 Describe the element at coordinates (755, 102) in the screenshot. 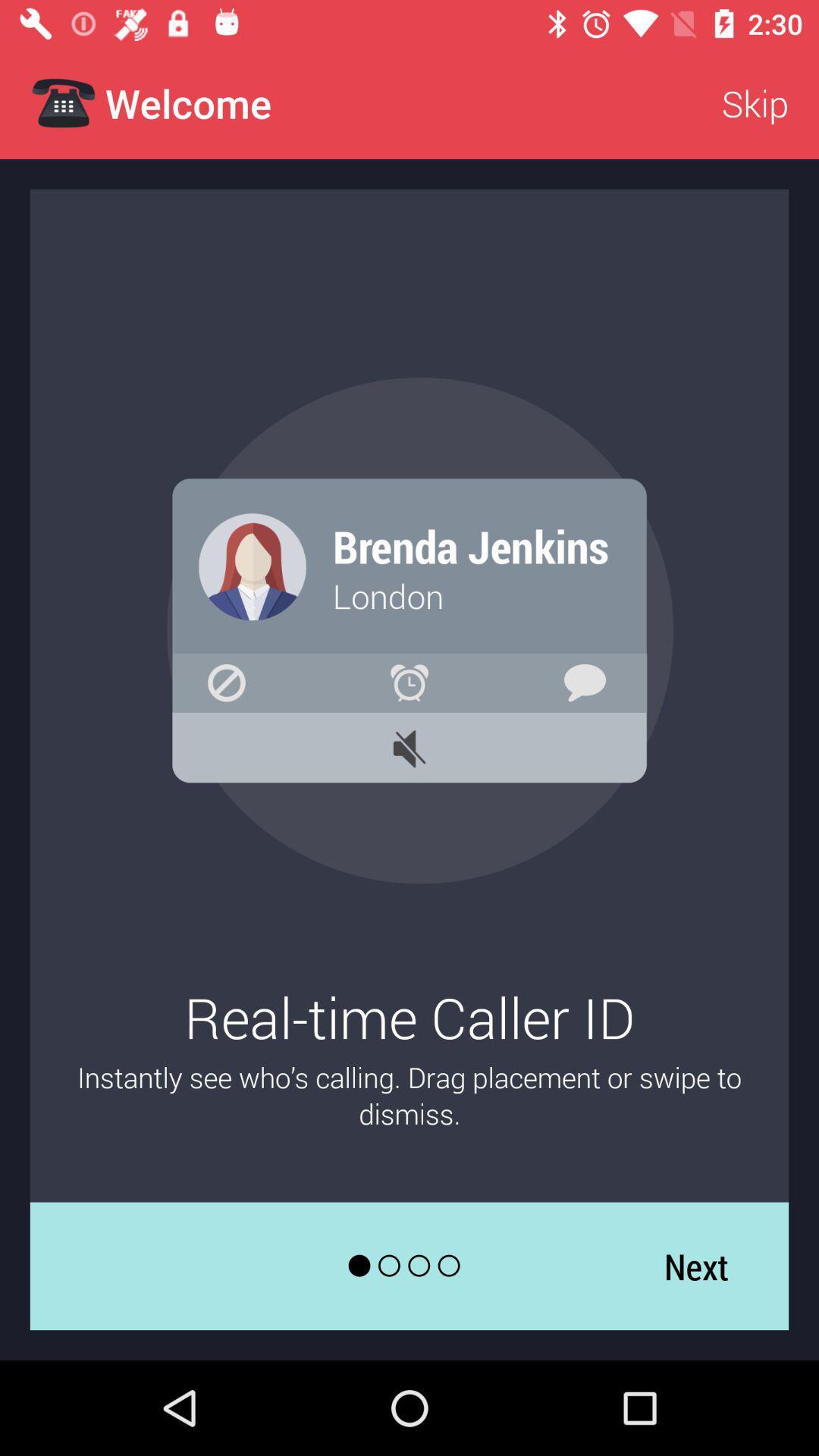

I see `the skip item` at that location.